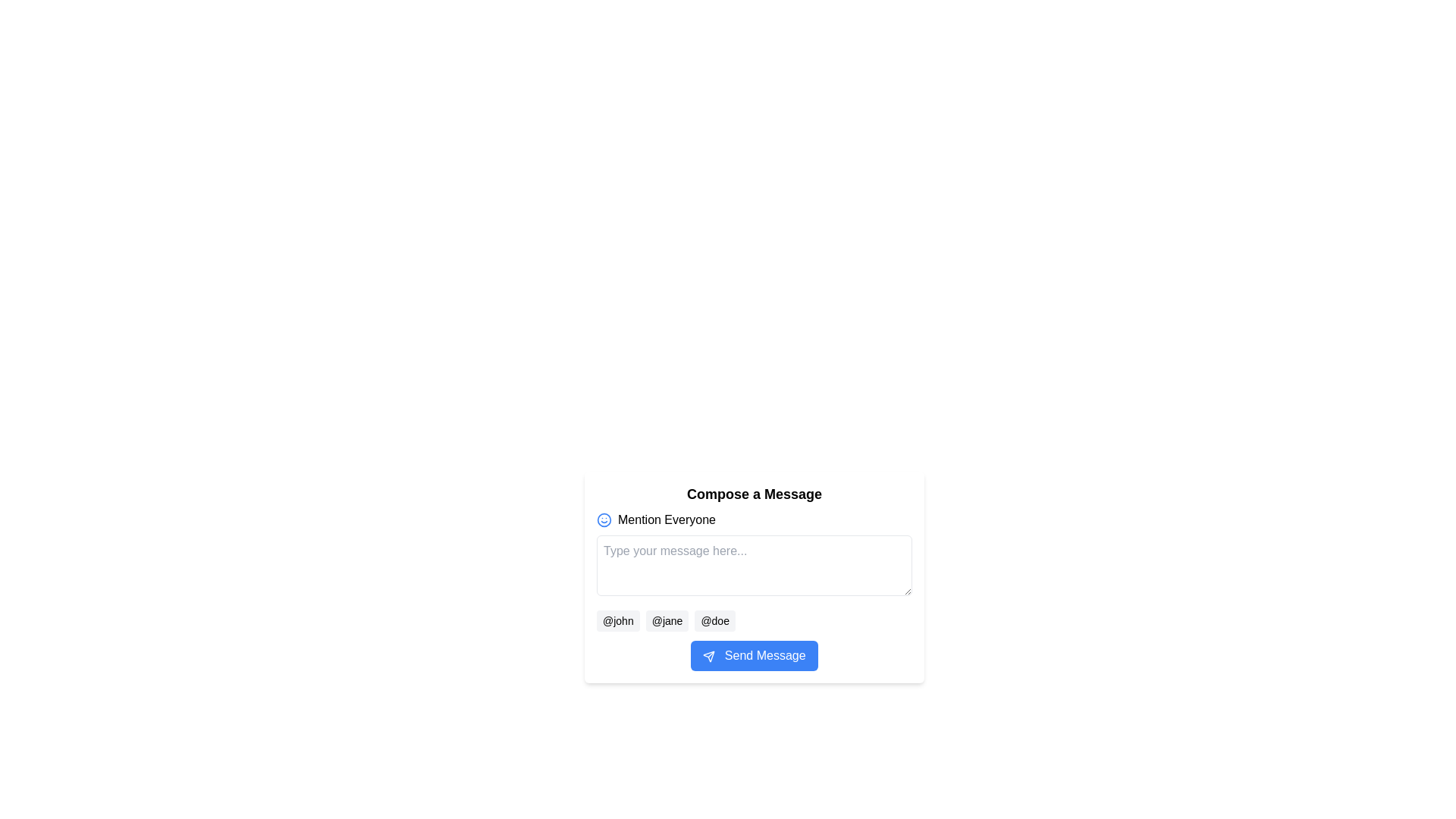 This screenshot has width=1456, height=819. I want to click on the SVG-based 'Send Message' icon located inside the blue rectangular button at the bottom-right section of the messaging interface, so click(708, 655).